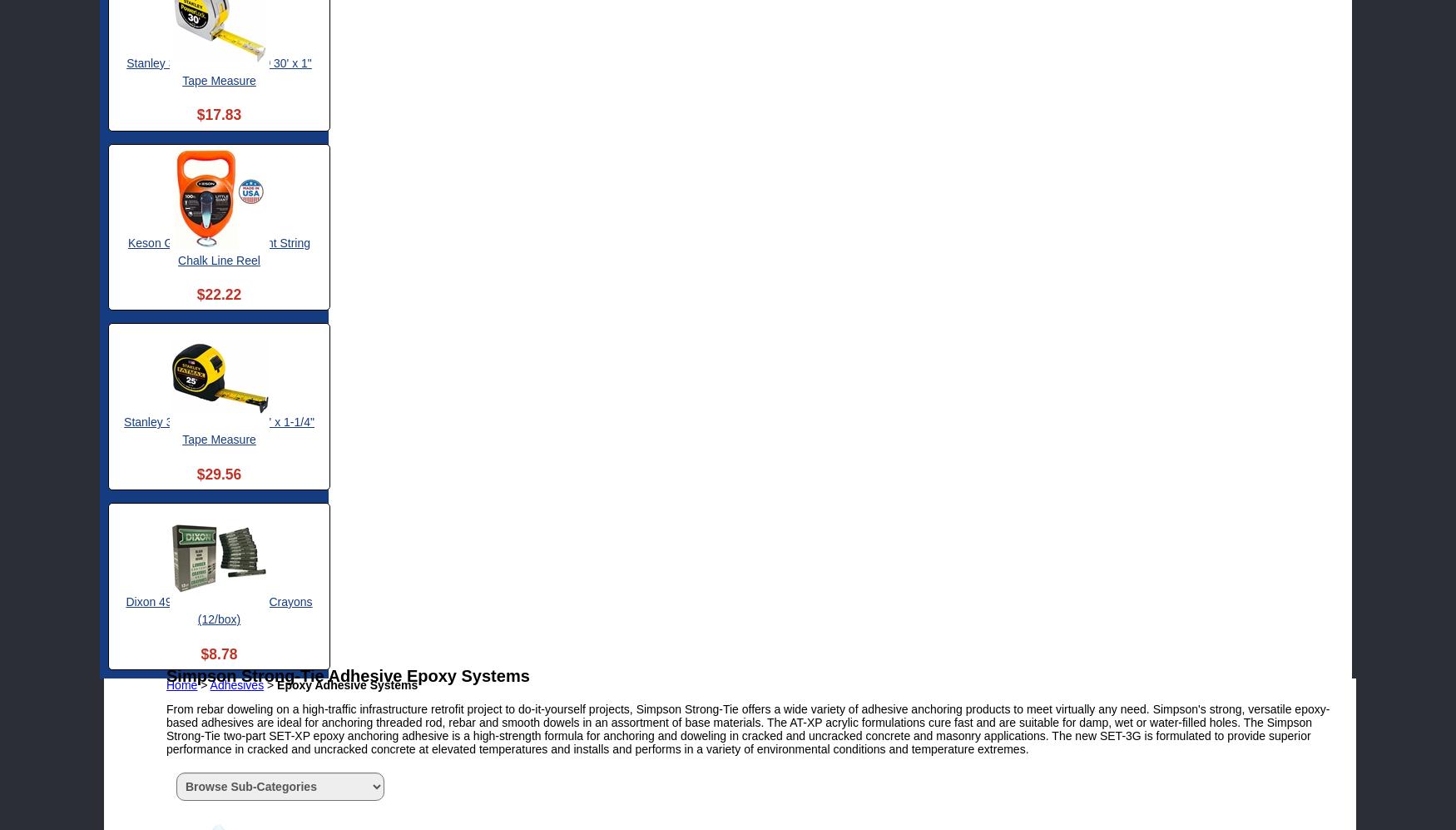 This screenshot has height=830, width=1456. What do you see at coordinates (746, 727) in the screenshot?
I see `'From rebar doweling on a high-traffic infrastructure retrofit project to do-it-yourself projects,  Simpson Strong-Tie offers a wide variety of adhesive anchoring products to meet virtually any need.  Simpson's strong, versatile epoxy-based adhesives are ideal for anchoring threaded rod, rebar and smooth dowels in an assortment of base materials.  The AT-XP acrylic formulations cure fast and are suitable for damp, wet or water-filled holes.  The Simpson Strong-Tie two-part SET-XP epoxy anchoring adhesive is a high-strength formula for anchoring and doweling in cracked and uncracked concrete and masonry applications.  The new SET-3G is formulated to provide superior performance in cracked and uncracked concrete at elevated temperatures and installs and performs in a variety of environmental conditions and temperature extremes.'` at bounding box center [746, 727].